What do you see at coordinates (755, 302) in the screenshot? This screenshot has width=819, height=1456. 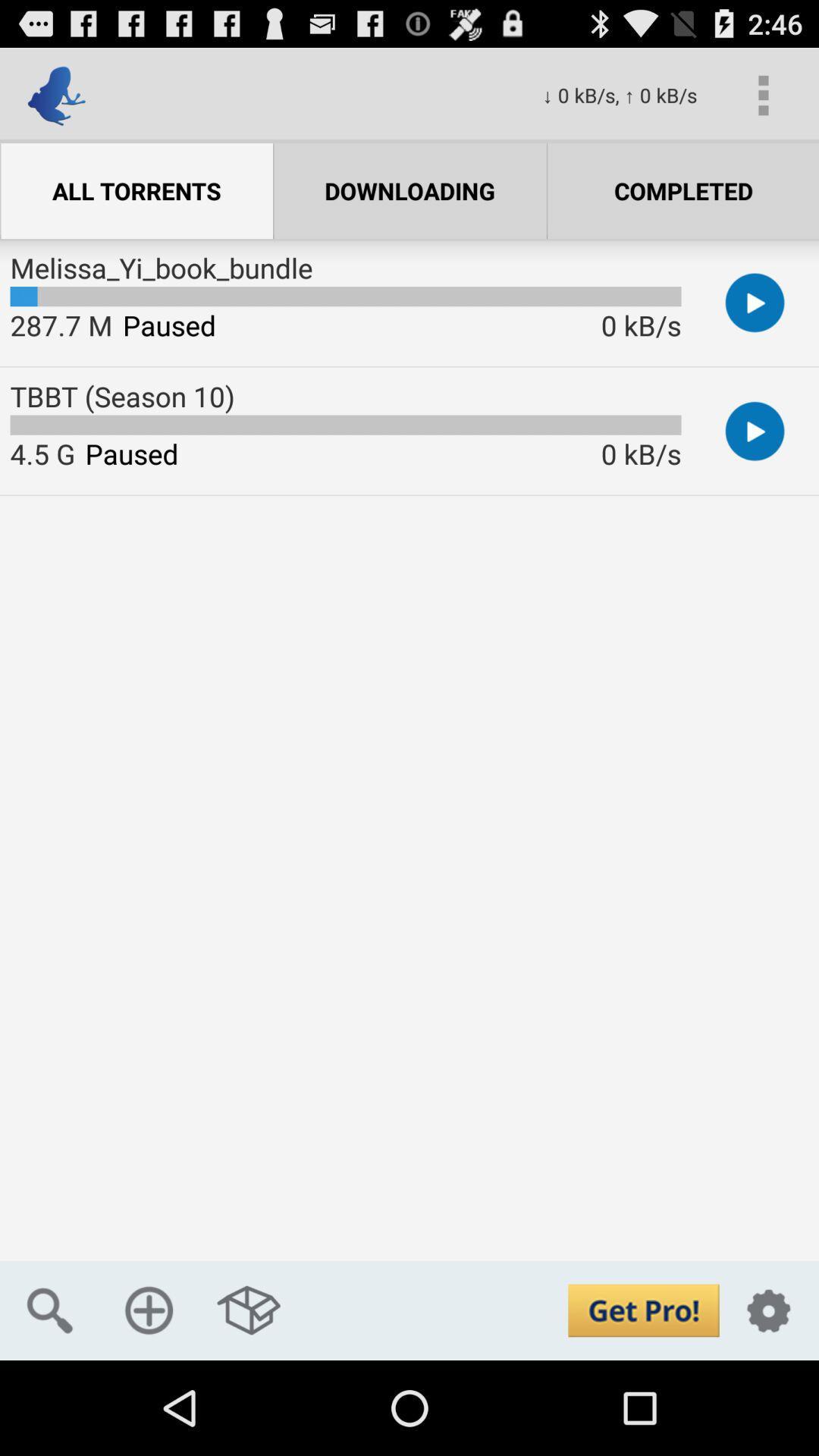 I see `first play button` at bounding box center [755, 302].